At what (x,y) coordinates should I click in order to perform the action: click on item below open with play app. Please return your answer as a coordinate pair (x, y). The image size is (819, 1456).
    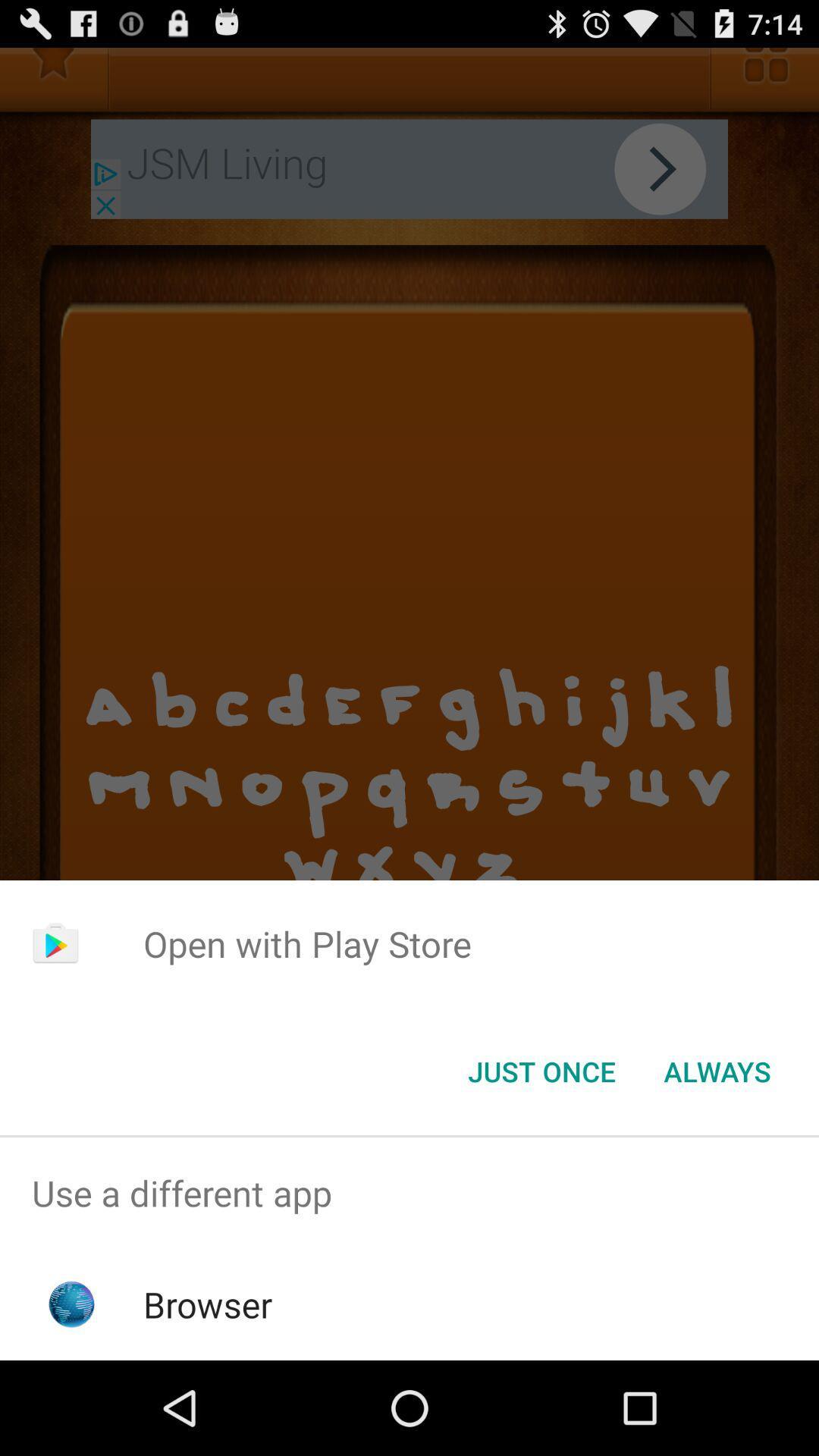
    Looking at the image, I should click on (717, 1070).